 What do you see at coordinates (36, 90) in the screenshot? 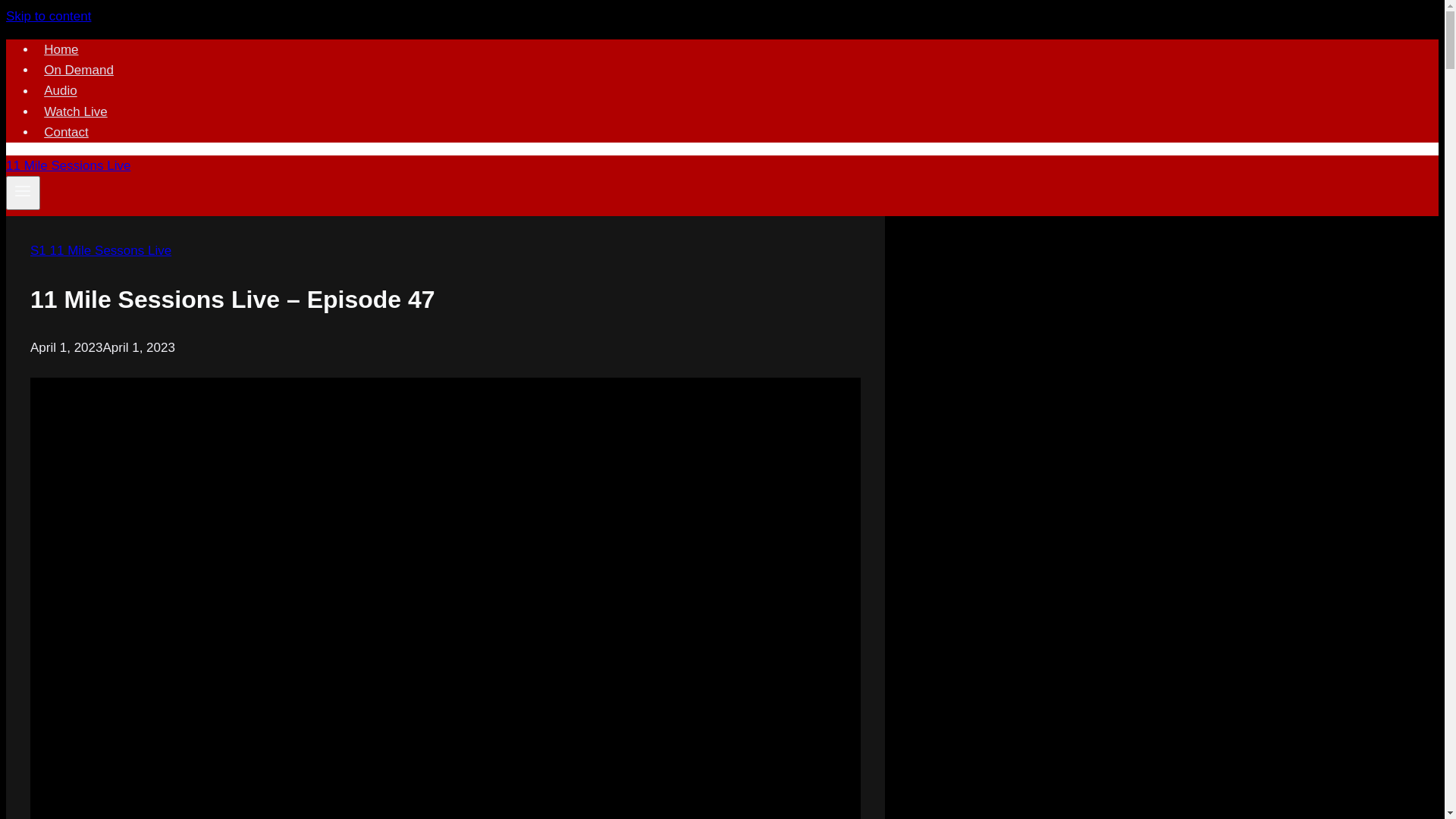
I see `'Audio'` at bounding box center [36, 90].